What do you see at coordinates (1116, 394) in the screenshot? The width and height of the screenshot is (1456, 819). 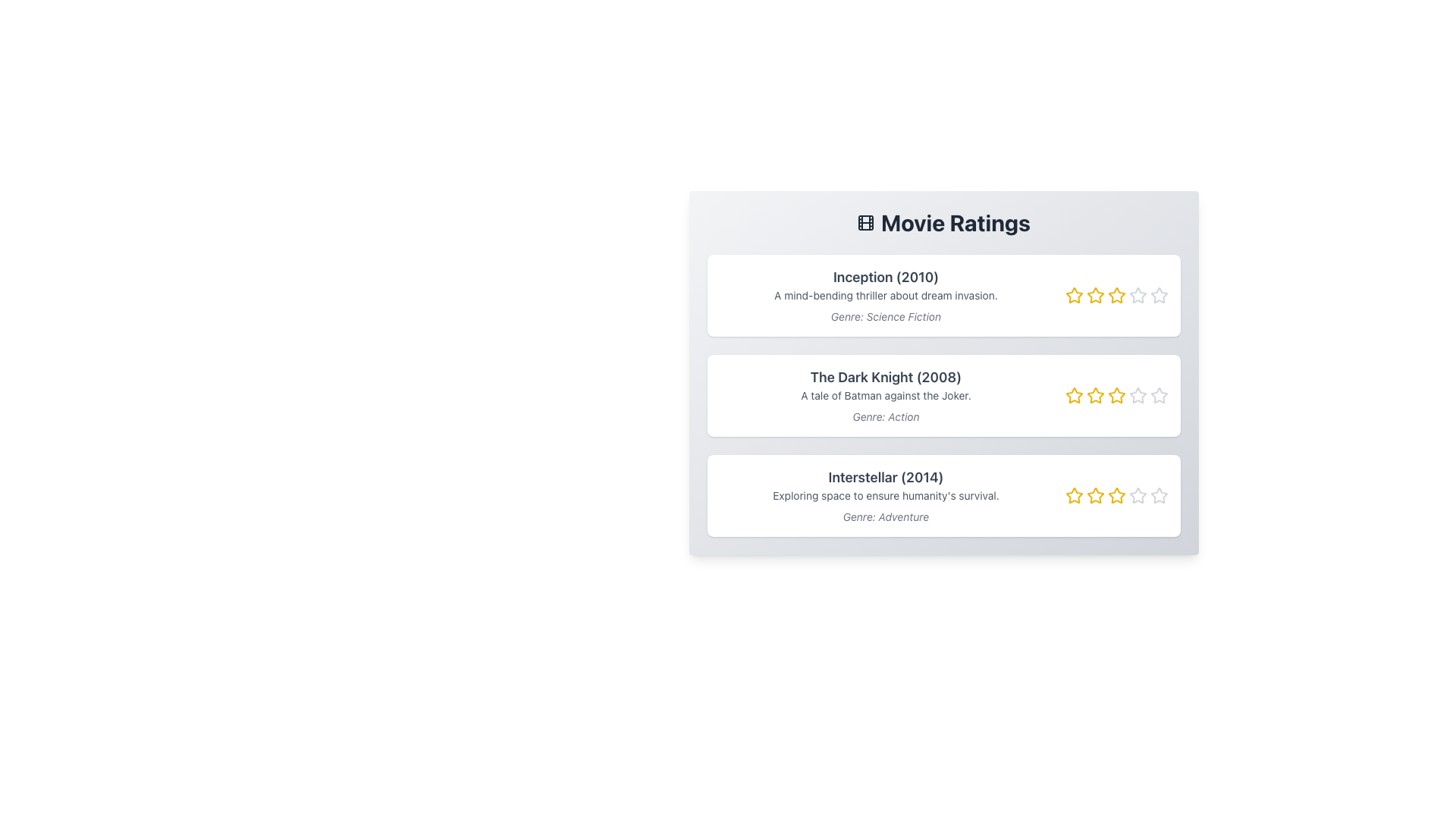 I see `the third star in the rating bar for the movie 'The Dark Knight (2008)'` at bounding box center [1116, 394].